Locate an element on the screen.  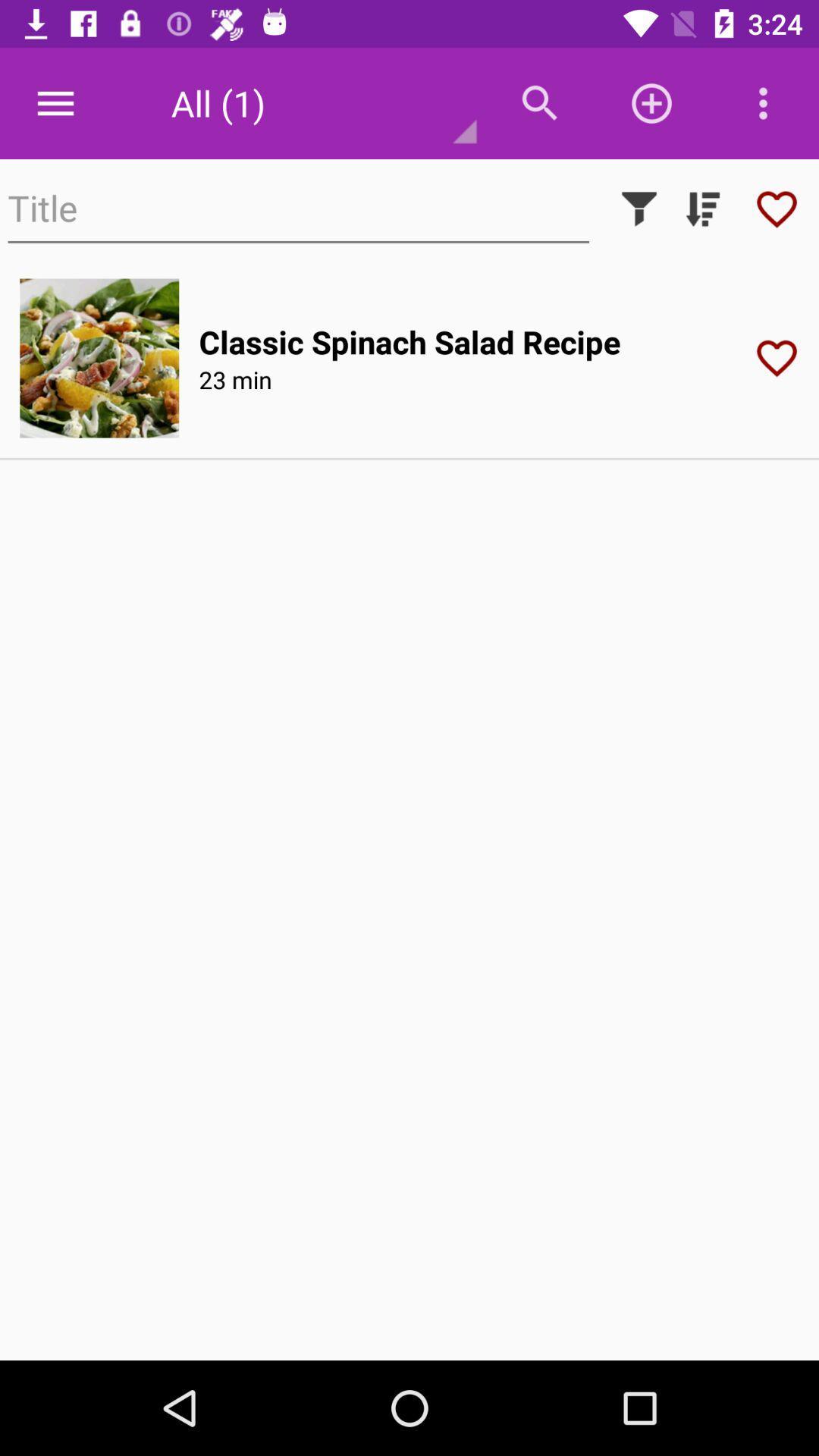
the favorite icon is located at coordinates (777, 208).